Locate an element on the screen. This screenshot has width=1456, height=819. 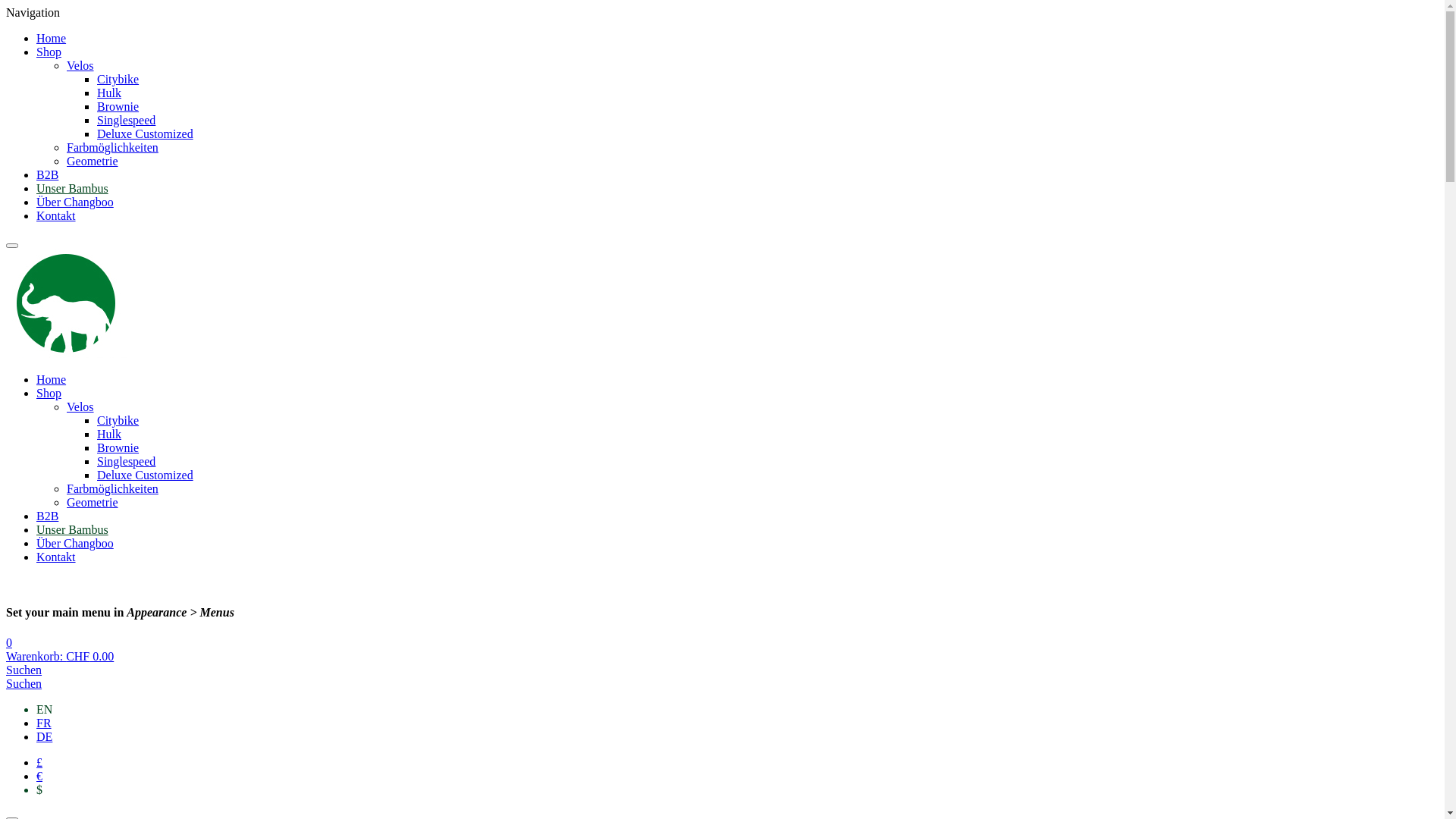
'FR' is located at coordinates (36, 722).